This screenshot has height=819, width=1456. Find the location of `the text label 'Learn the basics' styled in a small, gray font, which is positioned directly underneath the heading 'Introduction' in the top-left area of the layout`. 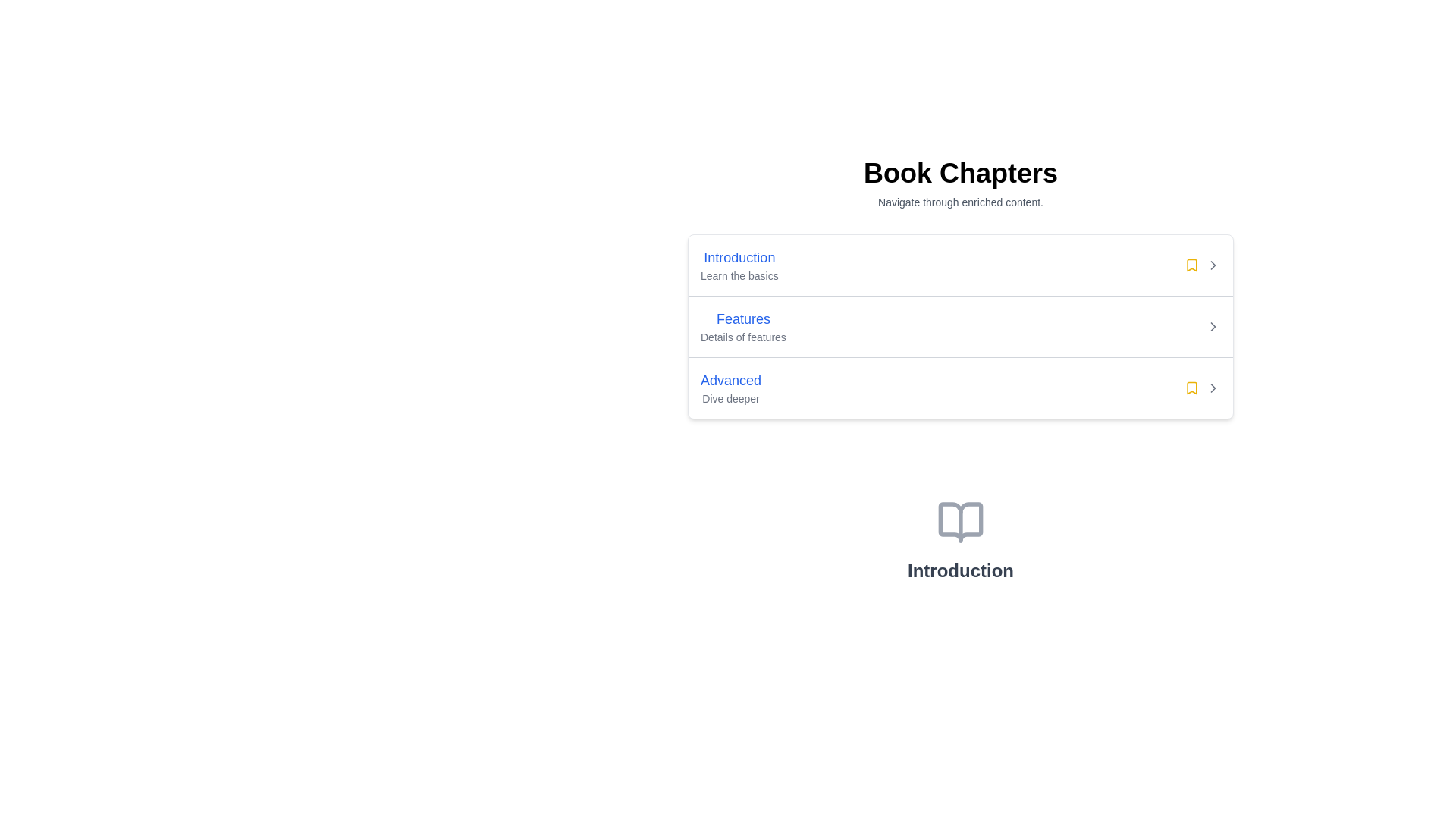

the text label 'Learn the basics' styled in a small, gray font, which is positioned directly underneath the heading 'Introduction' in the top-left area of the layout is located at coordinates (739, 275).